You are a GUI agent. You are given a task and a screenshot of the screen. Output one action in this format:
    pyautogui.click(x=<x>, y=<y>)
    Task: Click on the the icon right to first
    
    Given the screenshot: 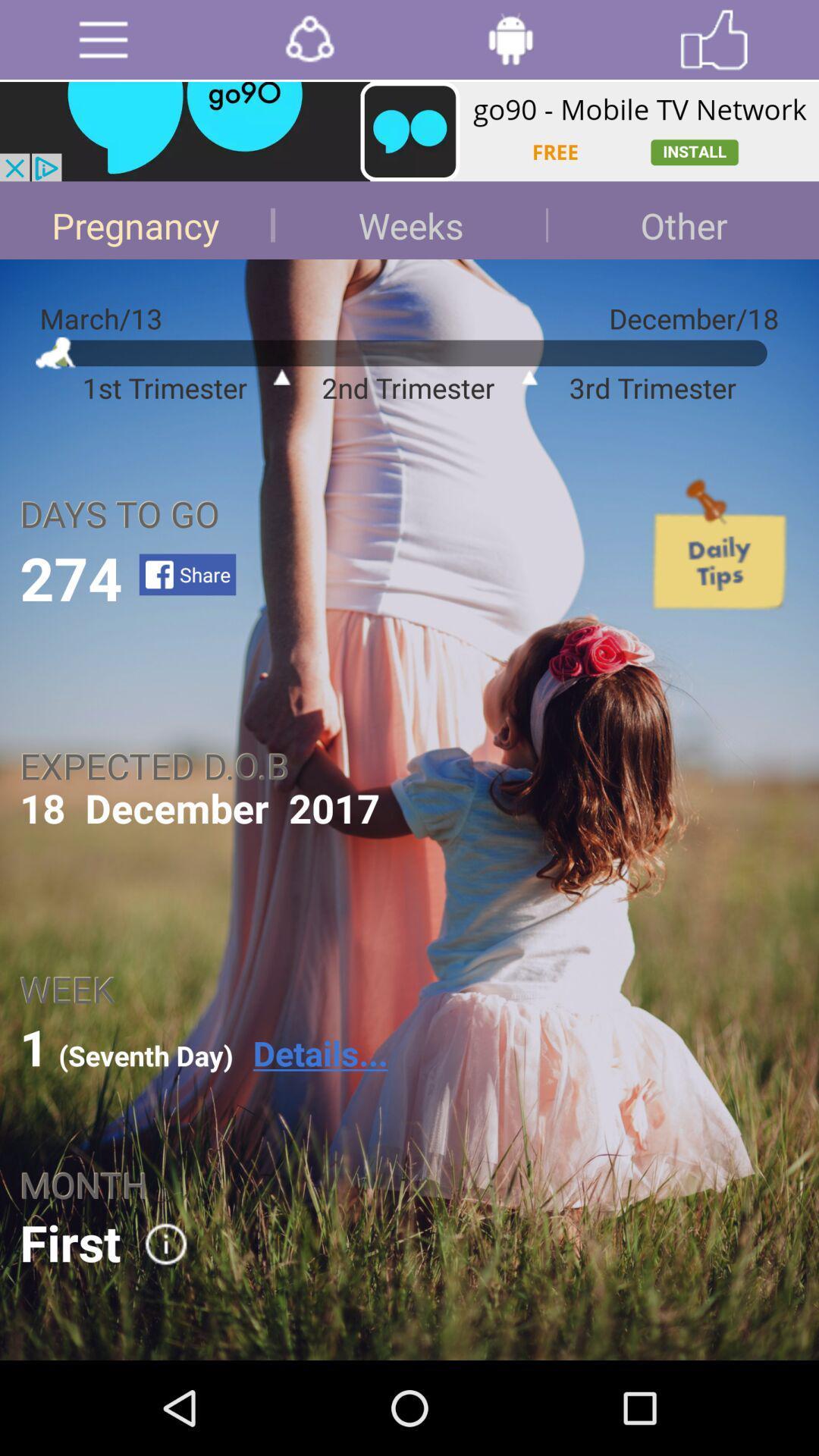 What is the action you would take?
    pyautogui.click(x=155, y=1244)
    